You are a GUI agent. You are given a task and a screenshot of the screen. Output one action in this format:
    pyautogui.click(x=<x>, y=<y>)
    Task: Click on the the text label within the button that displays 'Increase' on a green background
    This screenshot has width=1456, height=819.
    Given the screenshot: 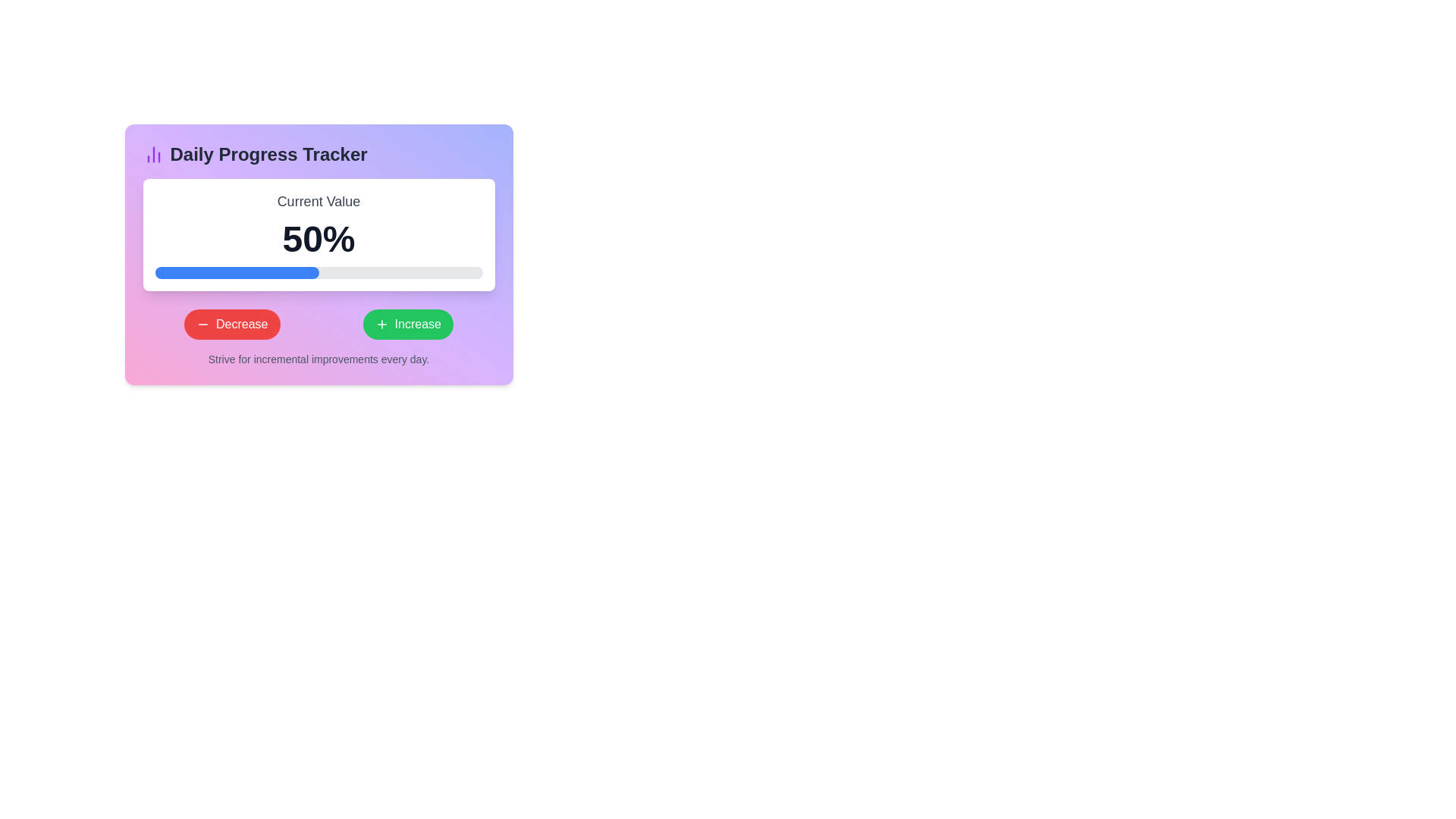 What is the action you would take?
    pyautogui.click(x=418, y=324)
    